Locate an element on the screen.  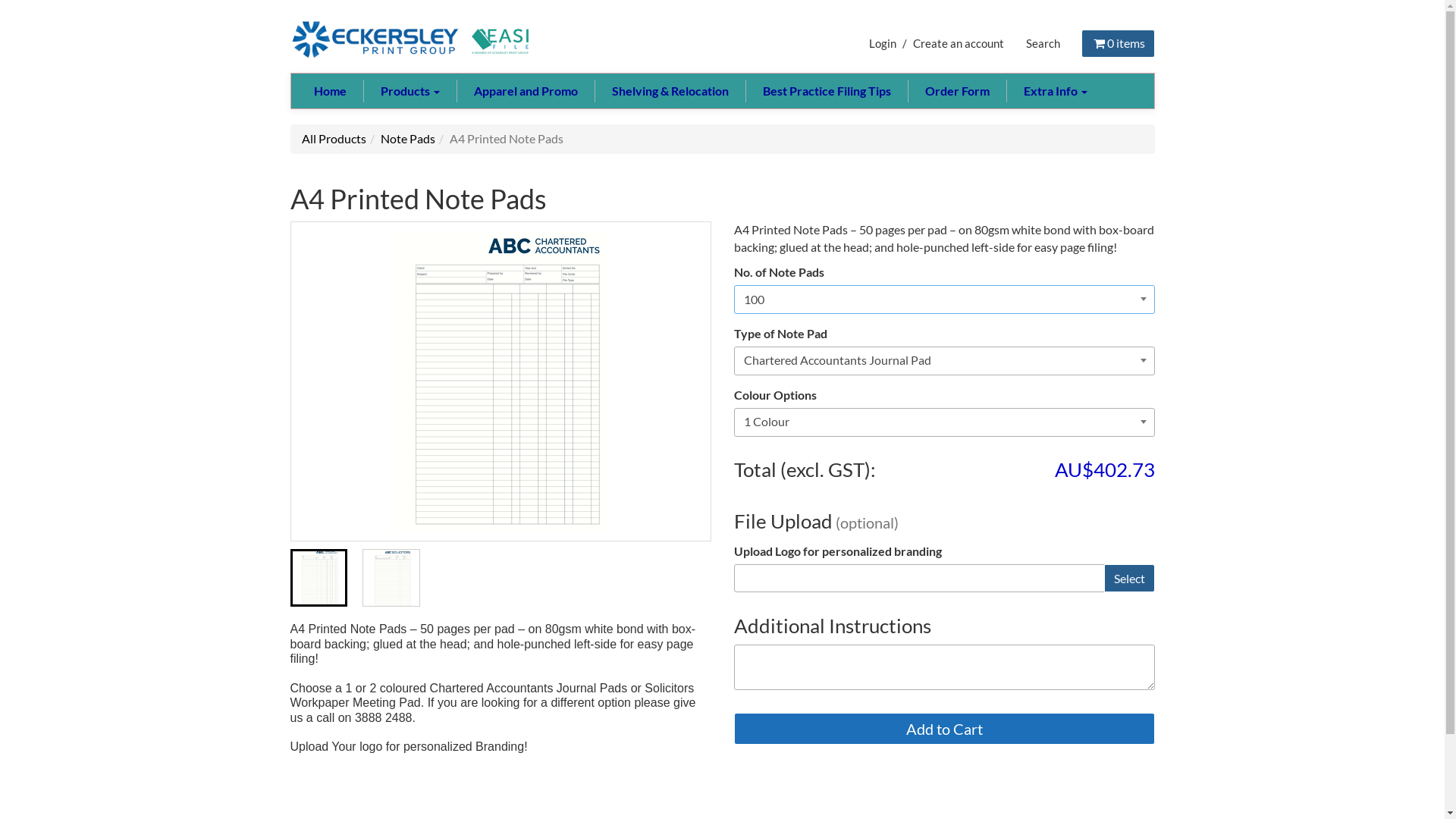
'Add to Cart' is located at coordinates (943, 727).